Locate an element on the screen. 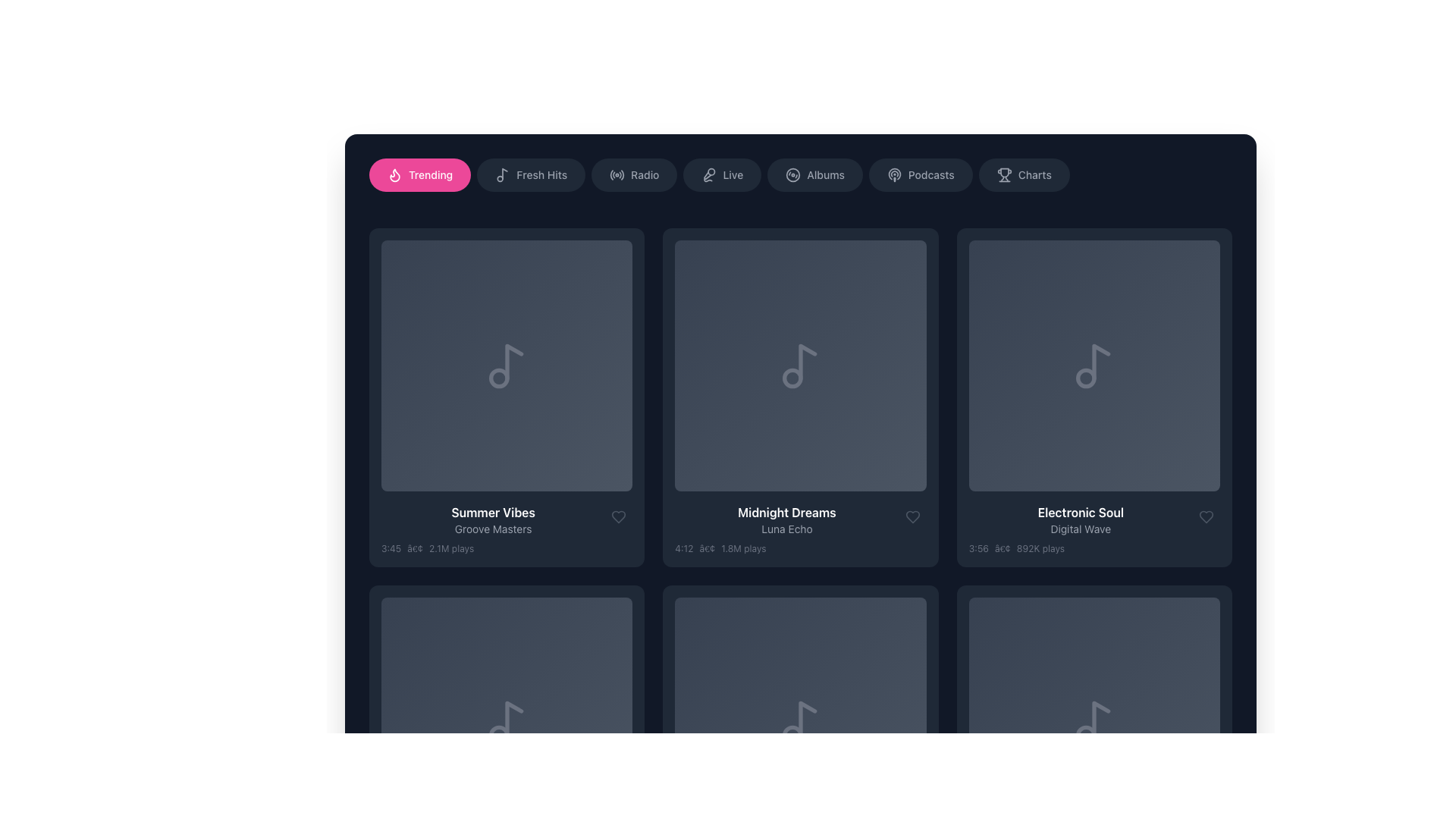 The image size is (1456, 819). text label that displays the title of the playlist, album, or track, located in the lower portion of the third grid item in a horizontally scrolling list, positioned centrally above the 'Digital Wave' text is located at coordinates (1080, 512).